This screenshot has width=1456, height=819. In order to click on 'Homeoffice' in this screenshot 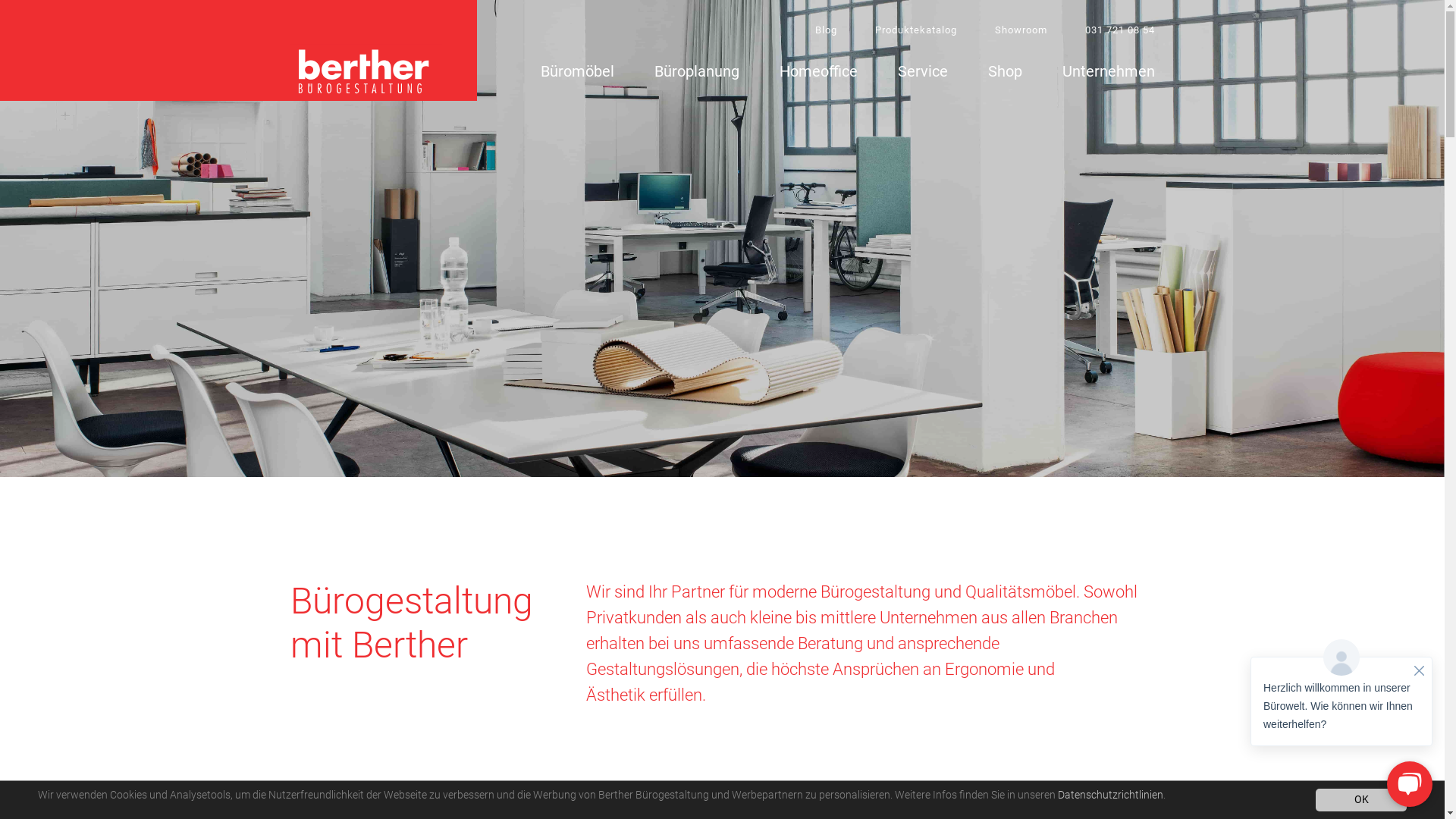, I will do `click(817, 74)`.